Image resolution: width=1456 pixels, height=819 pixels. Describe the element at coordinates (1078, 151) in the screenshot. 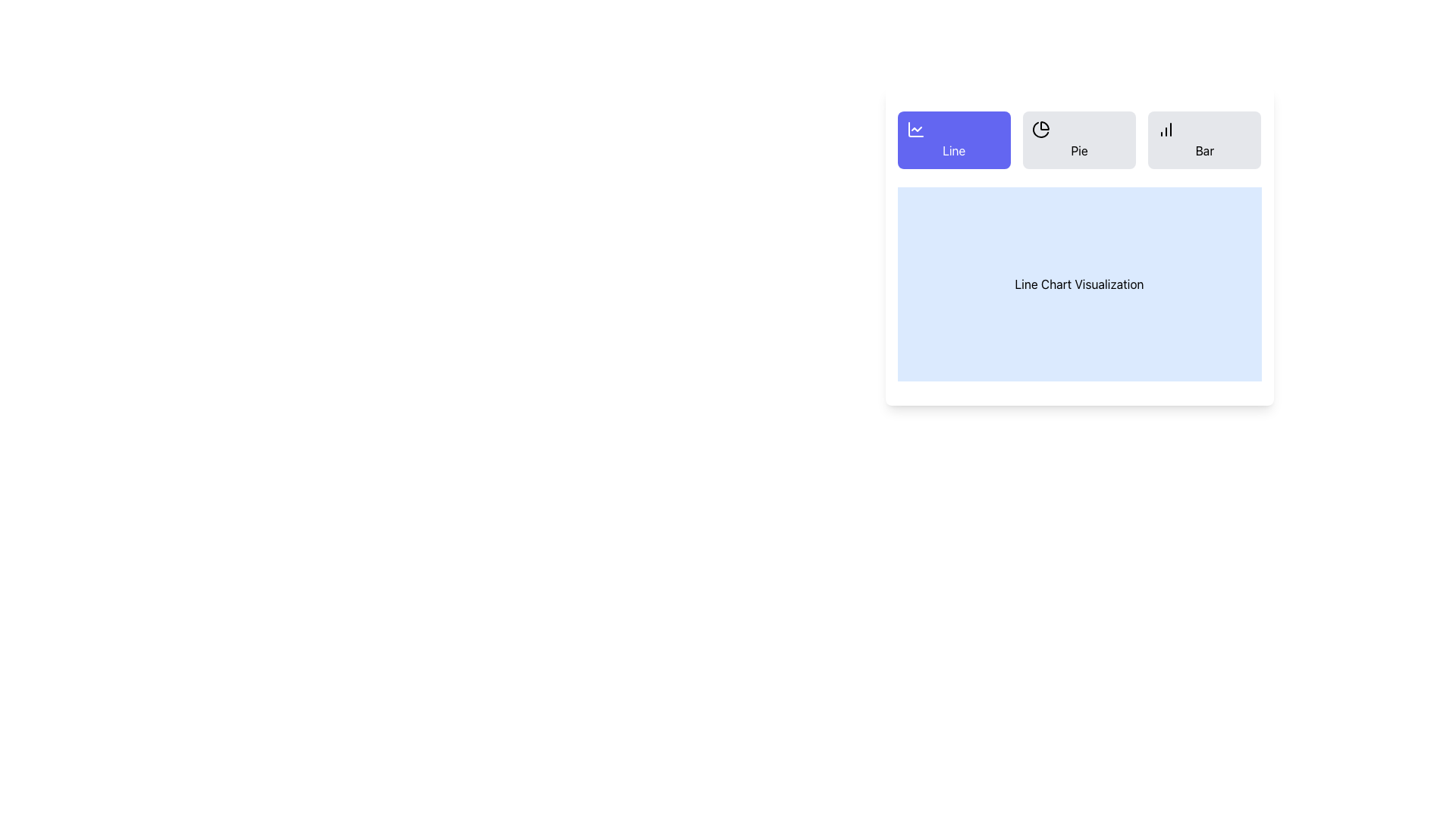

I see `the button labeled 'Pie' which is the second button in a horizontal group of three buttons, flanked by 'Line' on the left and 'Bar' on the right` at that location.